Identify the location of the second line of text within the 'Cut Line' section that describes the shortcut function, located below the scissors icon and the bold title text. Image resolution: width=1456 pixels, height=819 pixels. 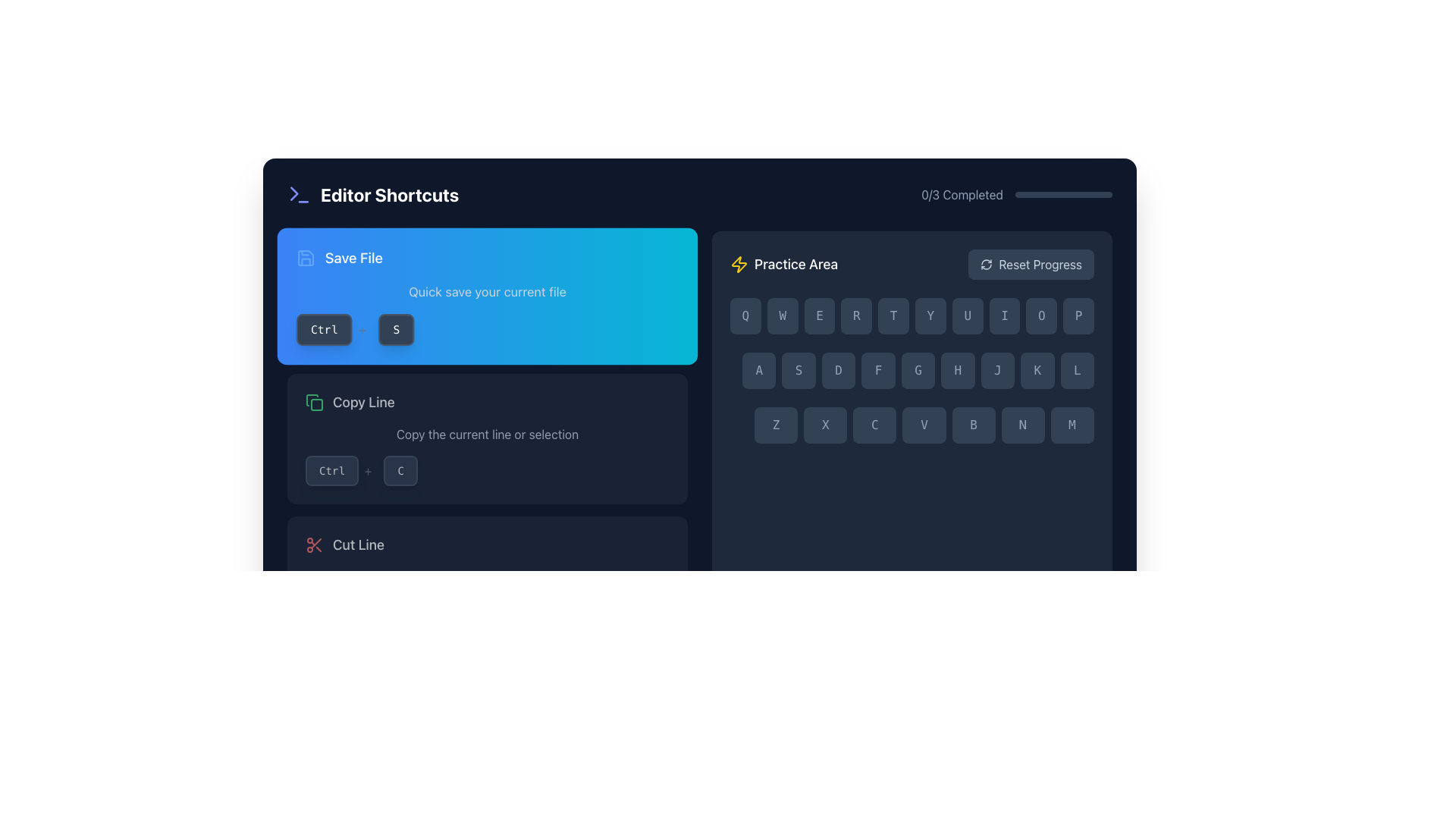
(488, 576).